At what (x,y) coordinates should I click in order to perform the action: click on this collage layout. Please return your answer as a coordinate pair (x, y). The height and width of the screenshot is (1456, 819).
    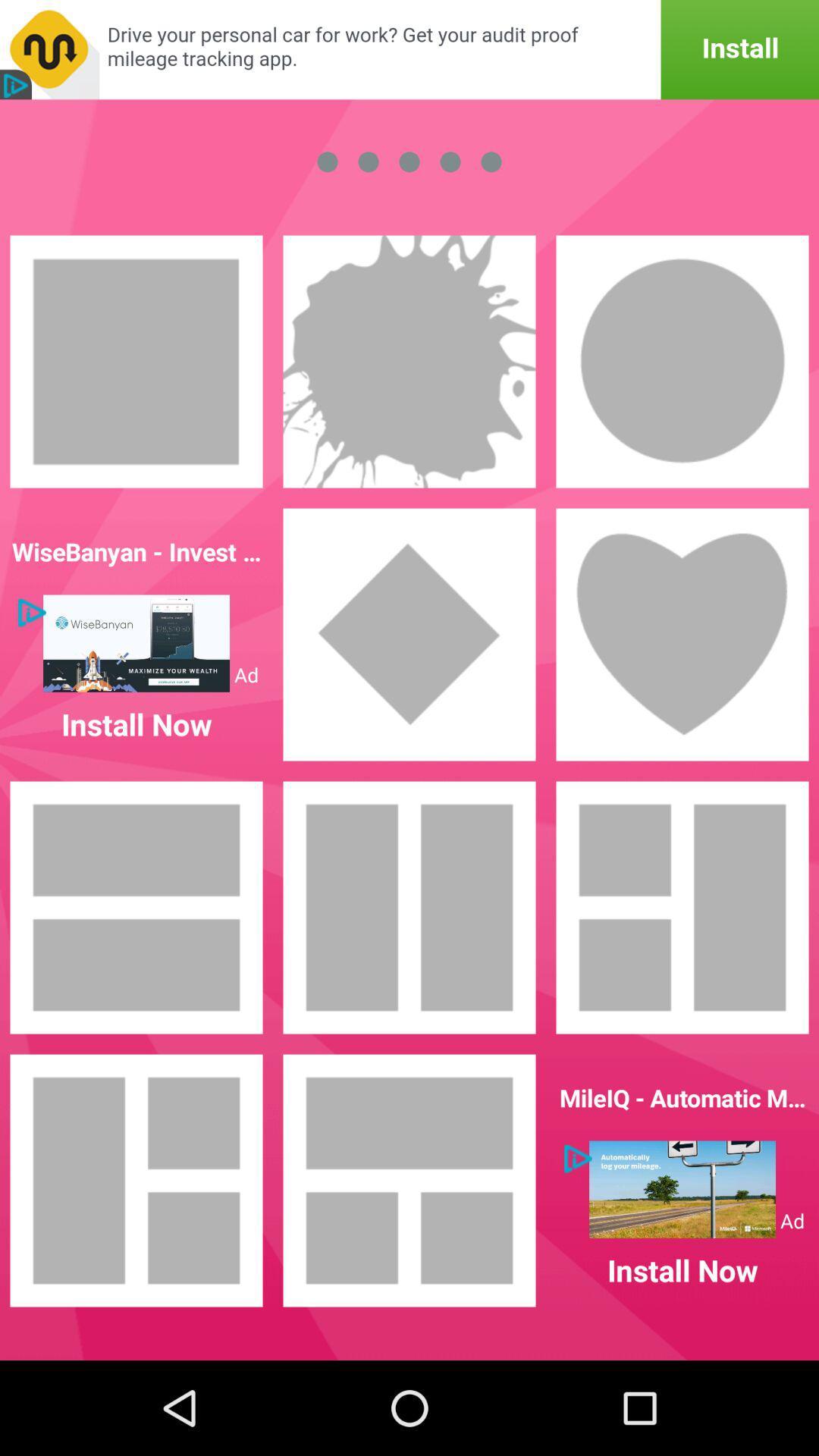
    Looking at the image, I should click on (409, 1179).